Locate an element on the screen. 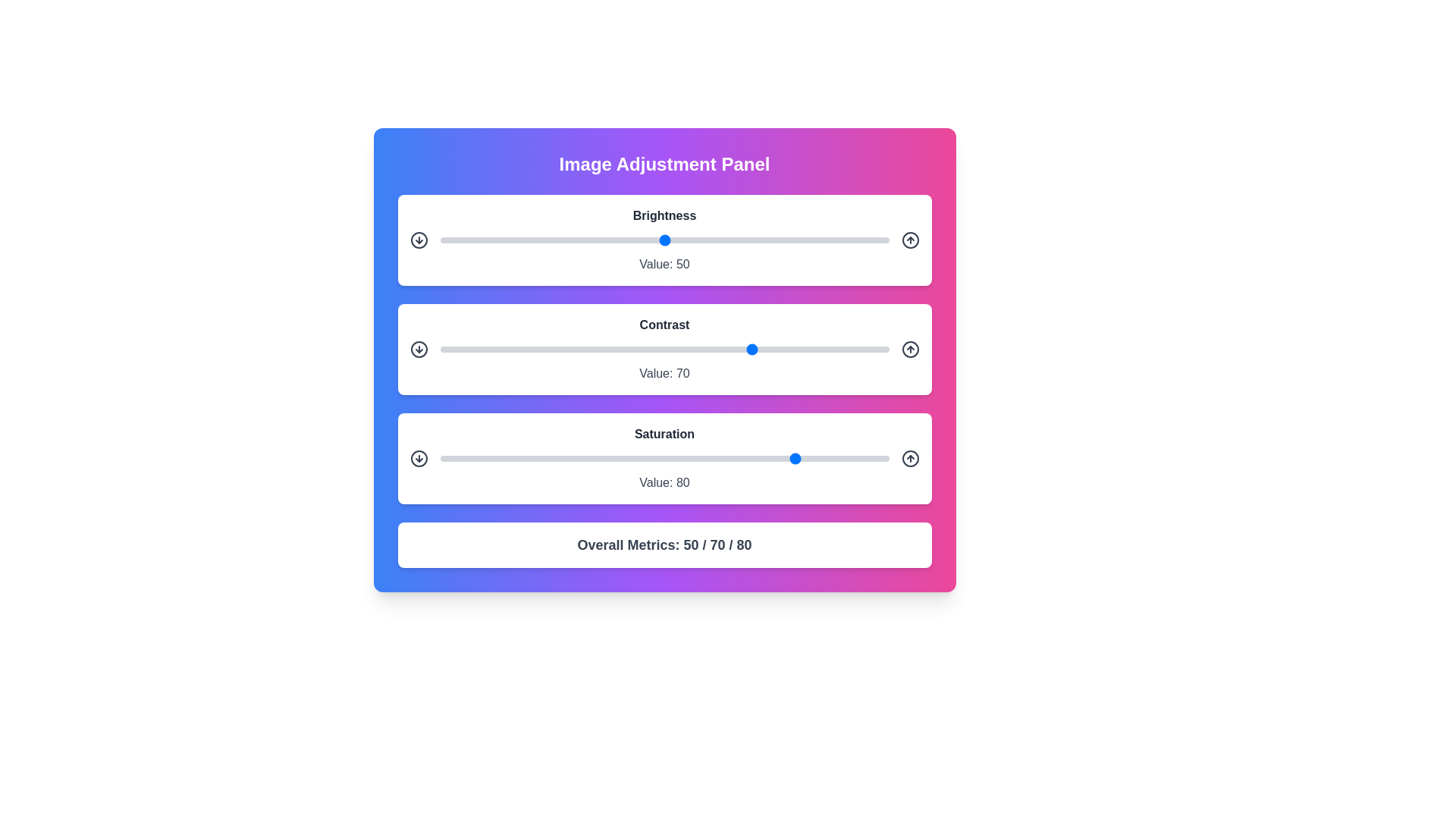  brightness is located at coordinates (880, 239).